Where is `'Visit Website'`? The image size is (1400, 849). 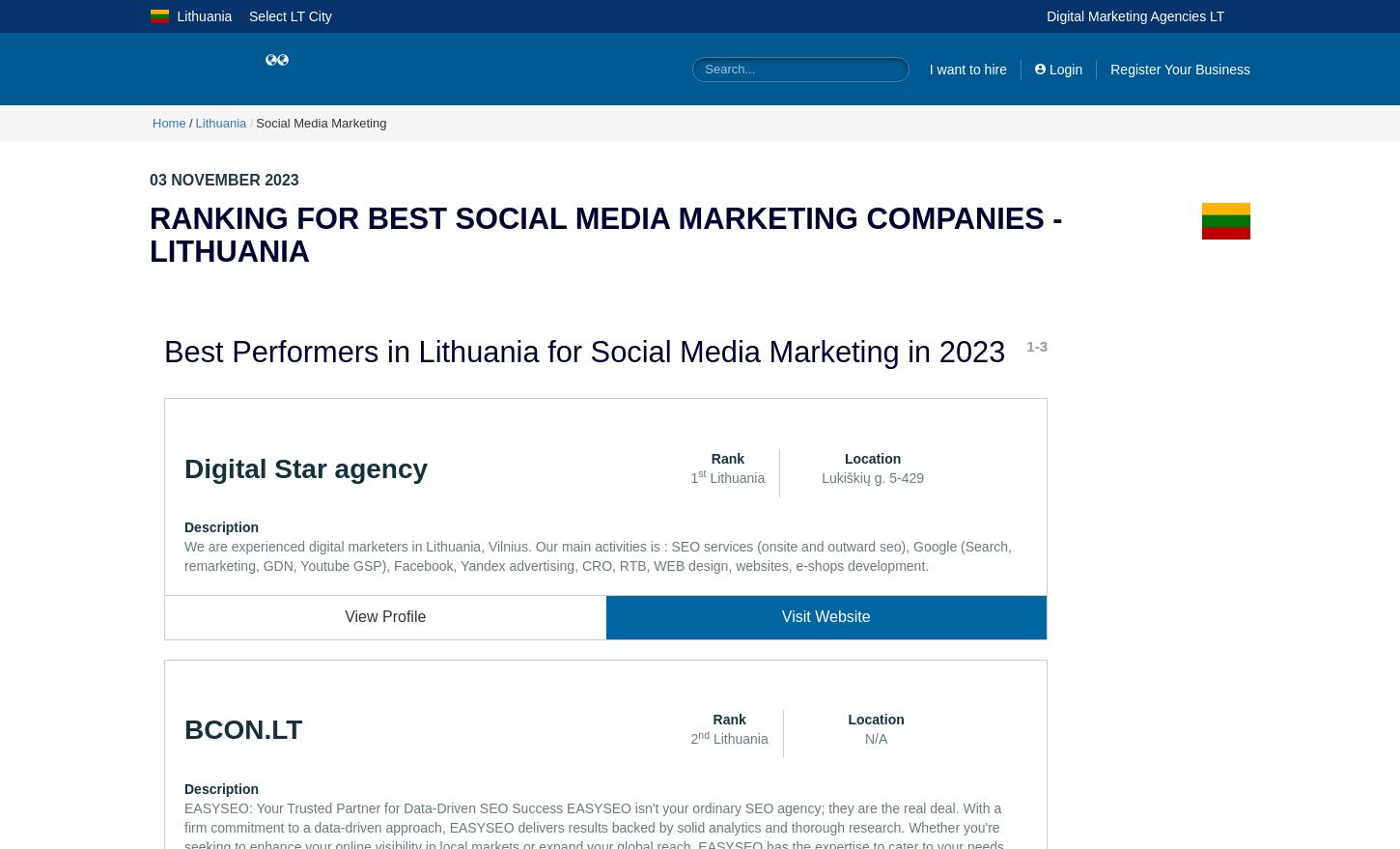 'Visit Website' is located at coordinates (825, 616).